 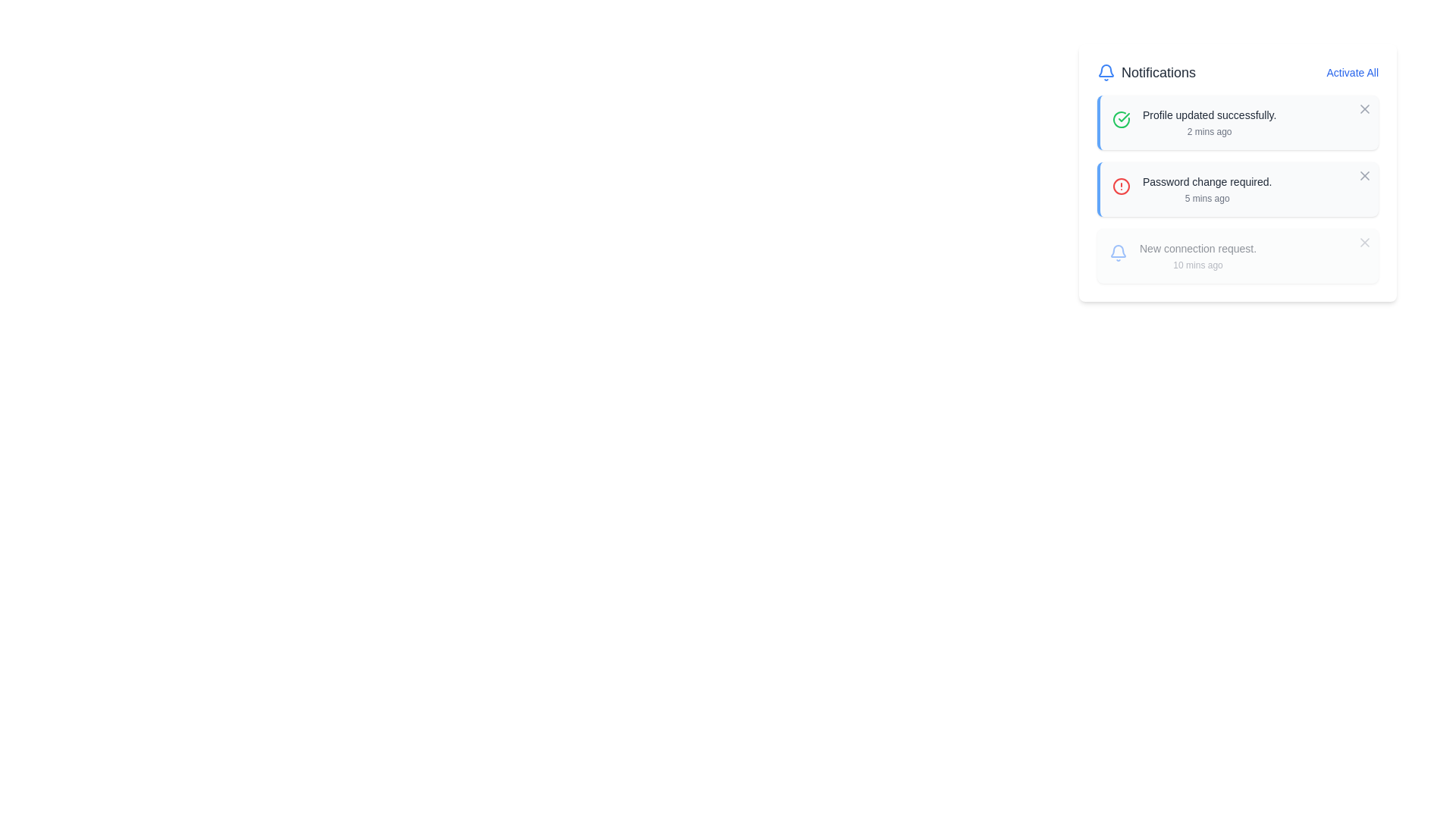 What do you see at coordinates (1118, 253) in the screenshot?
I see `the blue bell icon located at the top of the notification panel` at bounding box center [1118, 253].